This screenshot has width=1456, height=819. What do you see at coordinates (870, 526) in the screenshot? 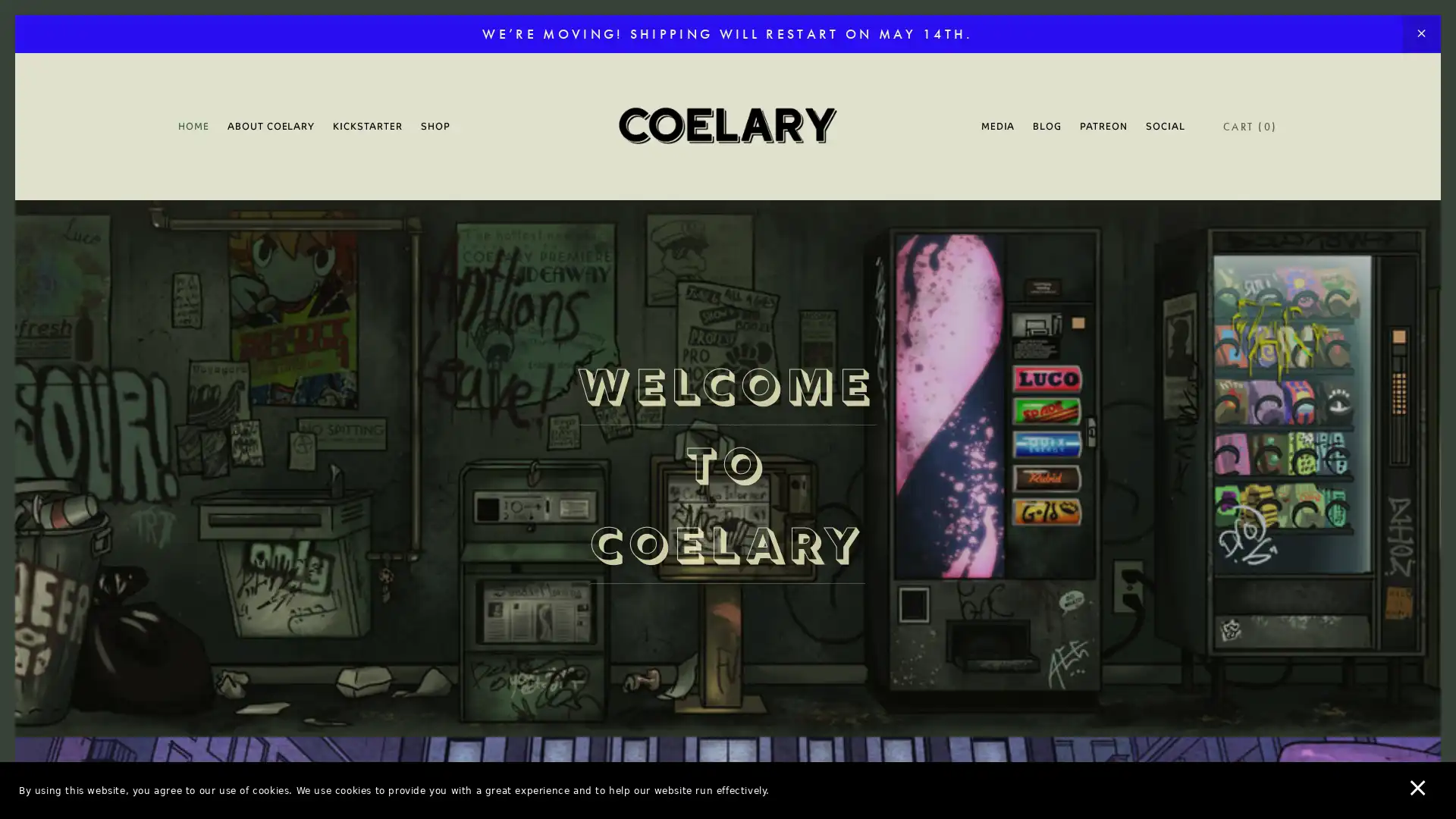
I see `Subscribe` at bounding box center [870, 526].